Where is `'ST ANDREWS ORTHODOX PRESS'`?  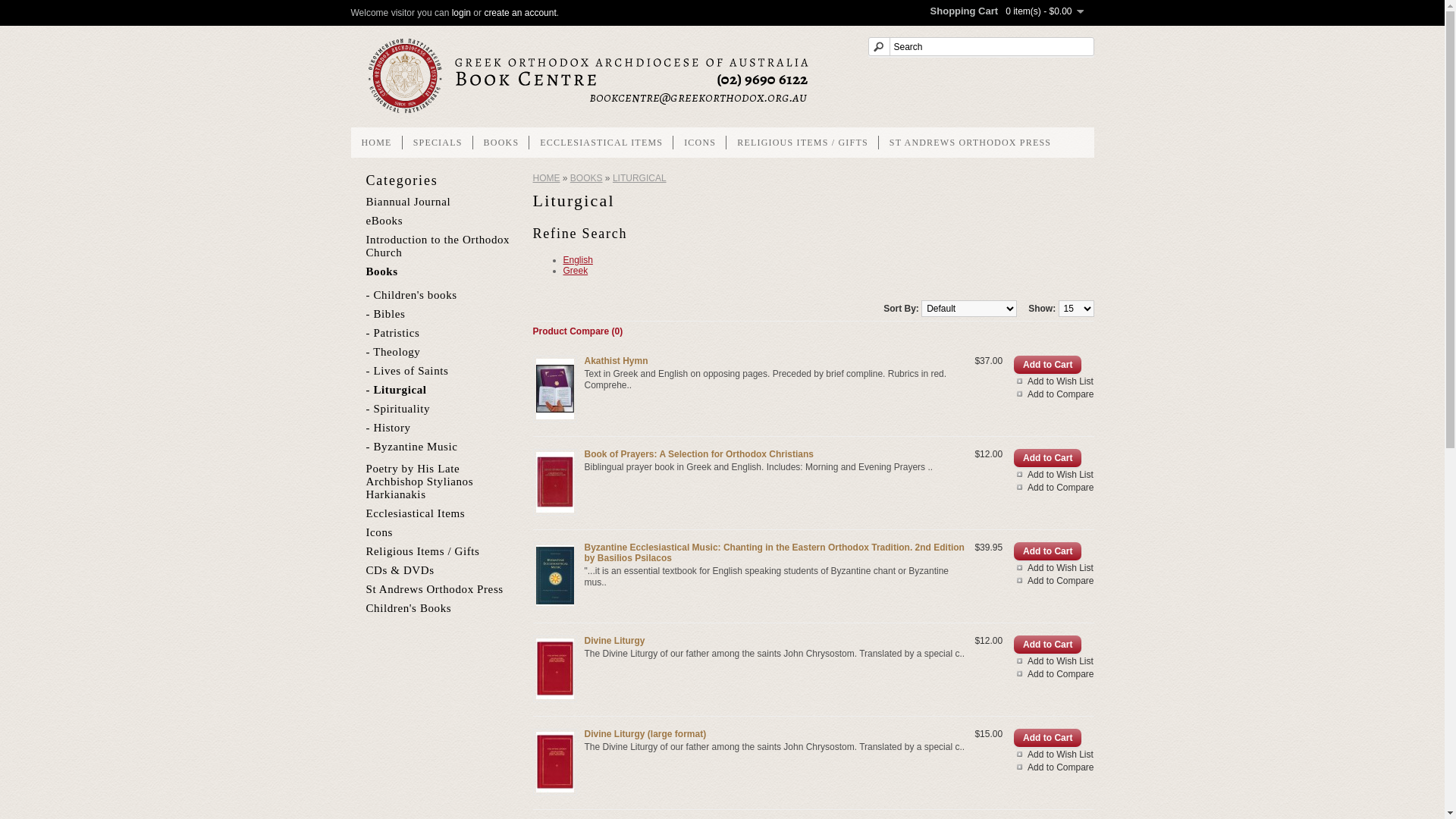
'ST ANDREWS ORTHODOX PRESS' is located at coordinates (969, 143).